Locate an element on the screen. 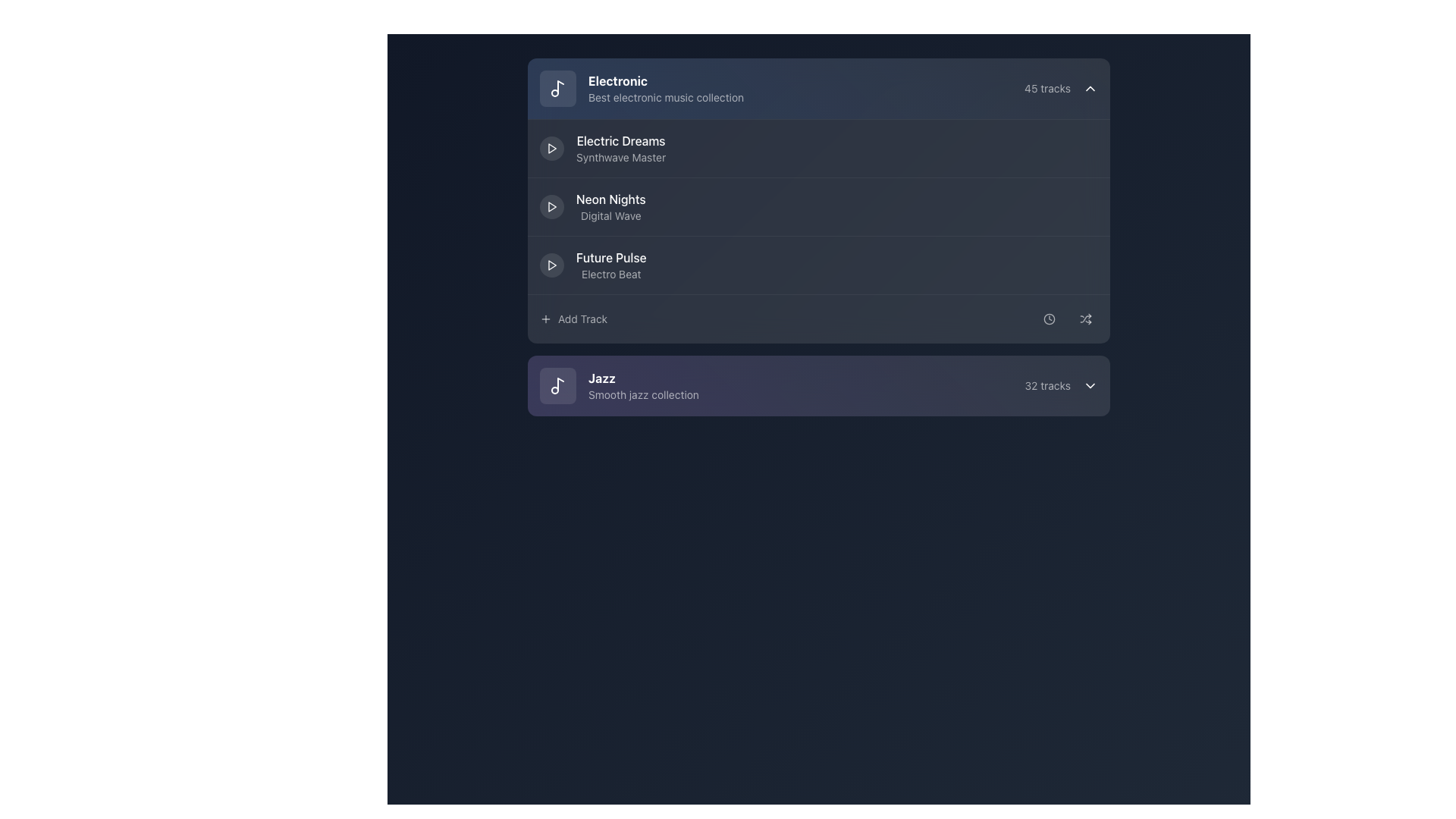 This screenshot has width=1456, height=819. the 'Electronic' text is located at coordinates (642, 88).